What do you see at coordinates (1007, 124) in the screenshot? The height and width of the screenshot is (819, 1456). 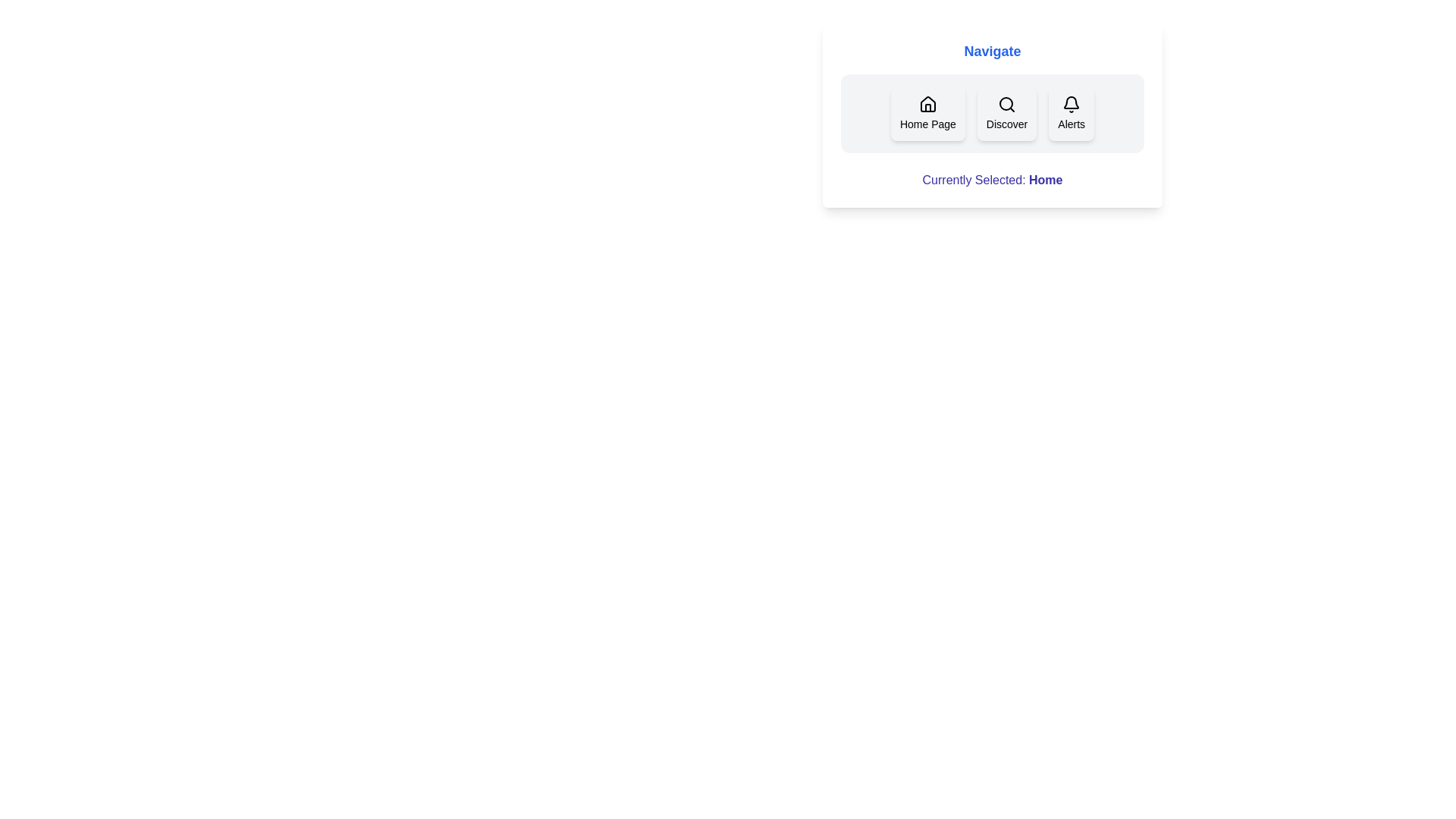 I see `the 'Discover' text label located in the second button of the navigation bar` at bounding box center [1007, 124].